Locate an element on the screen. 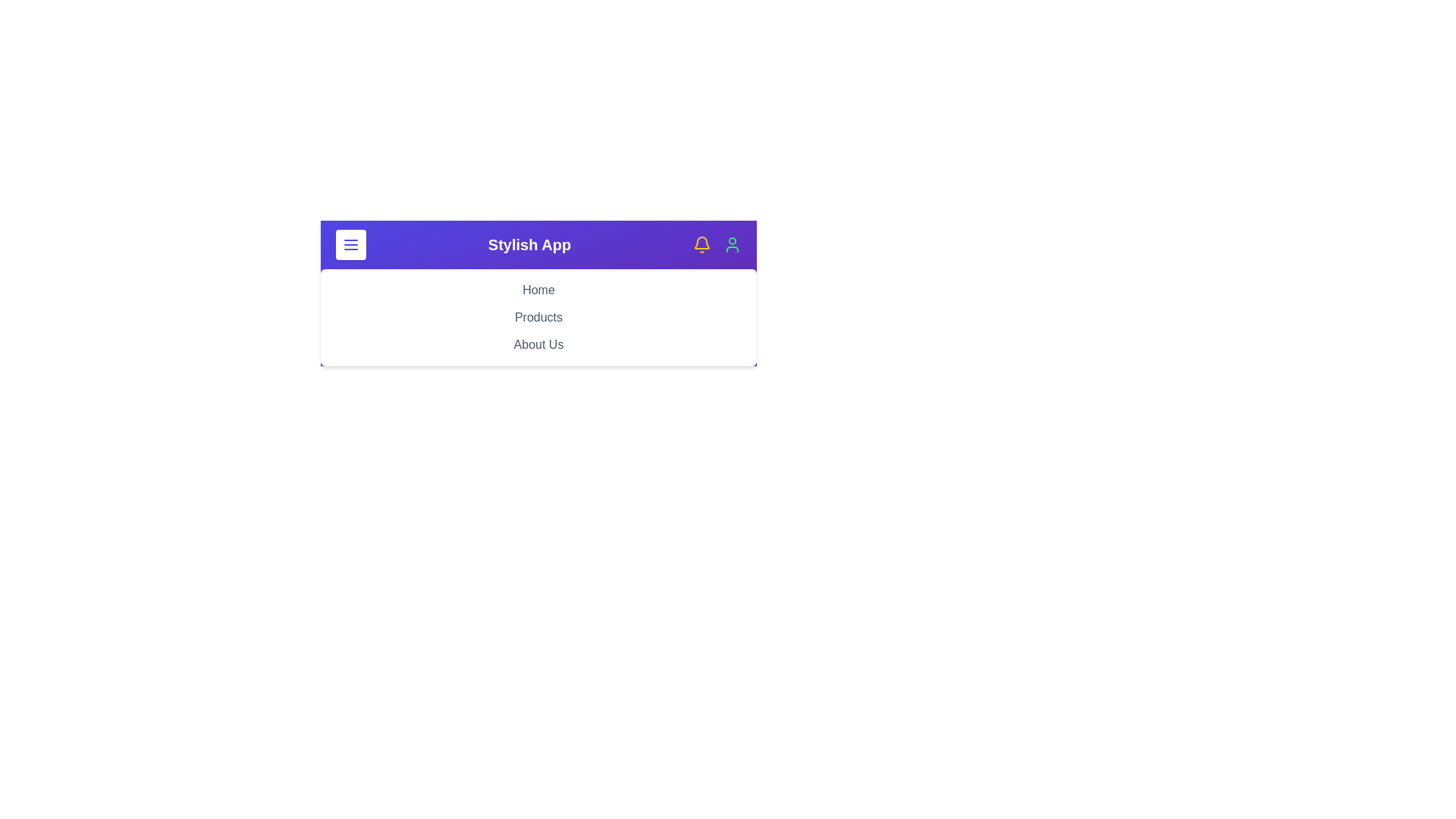 This screenshot has height=819, width=1456. the menu icon to toggle the menu visibility is located at coordinates (350, 244).